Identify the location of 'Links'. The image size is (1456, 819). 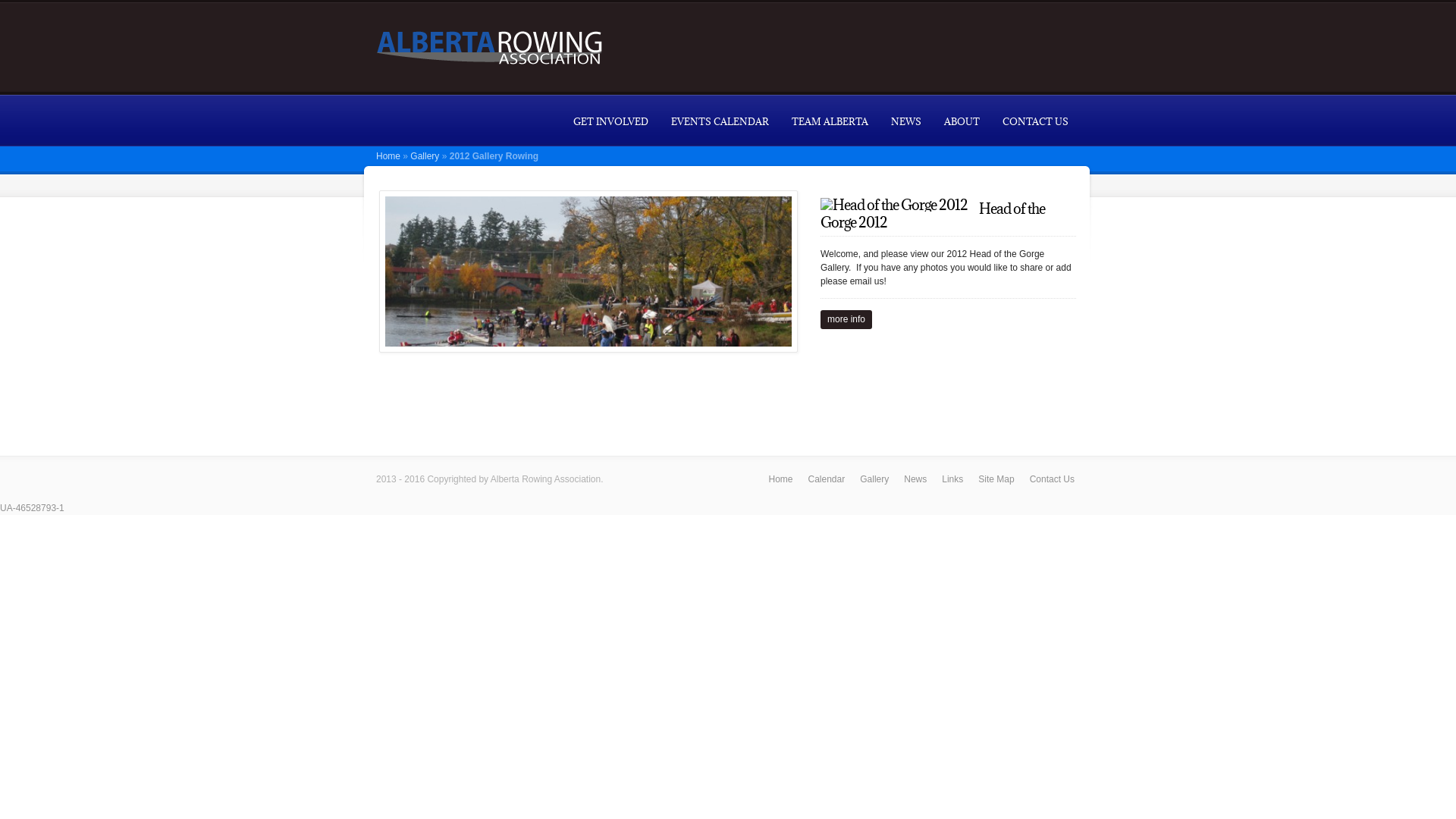
(935, 479).